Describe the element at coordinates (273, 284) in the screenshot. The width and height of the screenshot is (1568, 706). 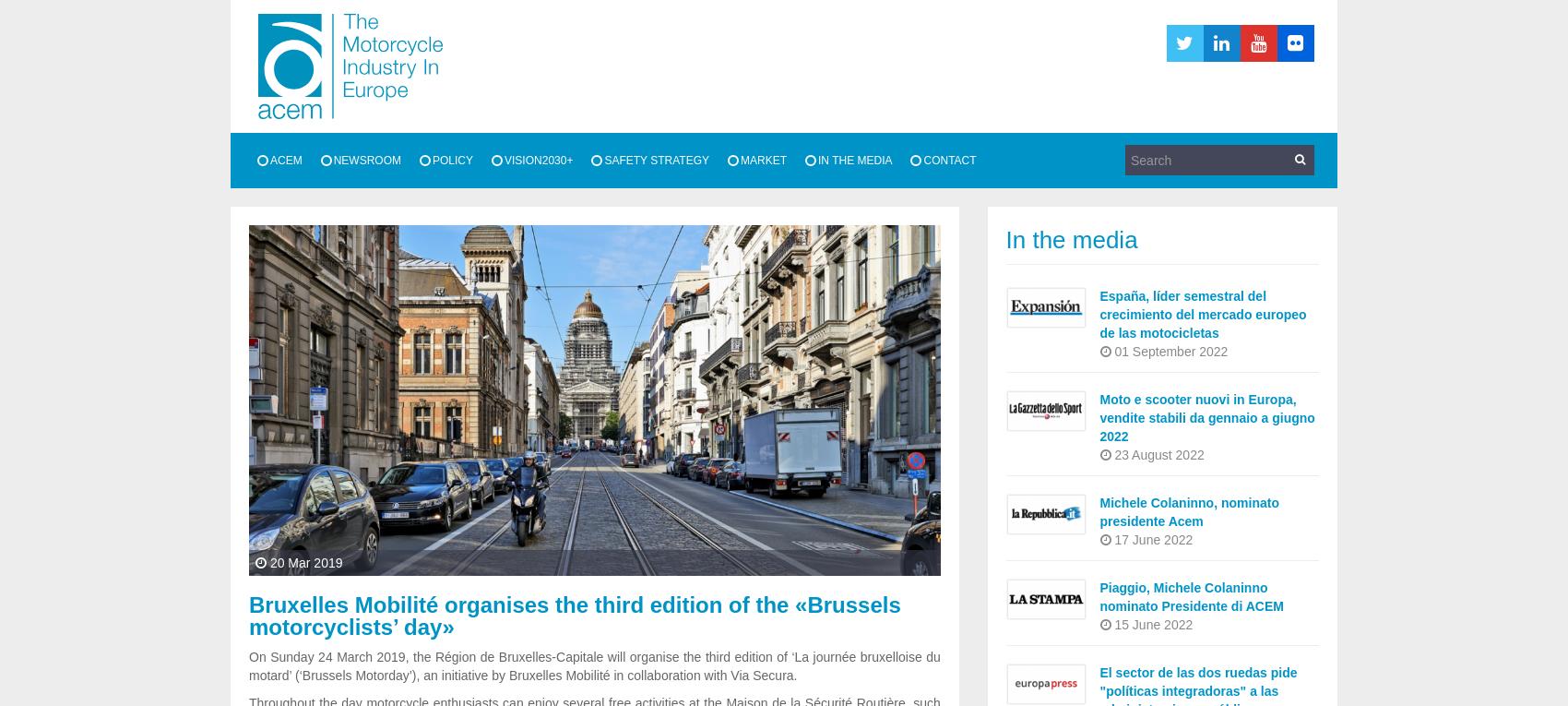
I see `'Members'` at that location.